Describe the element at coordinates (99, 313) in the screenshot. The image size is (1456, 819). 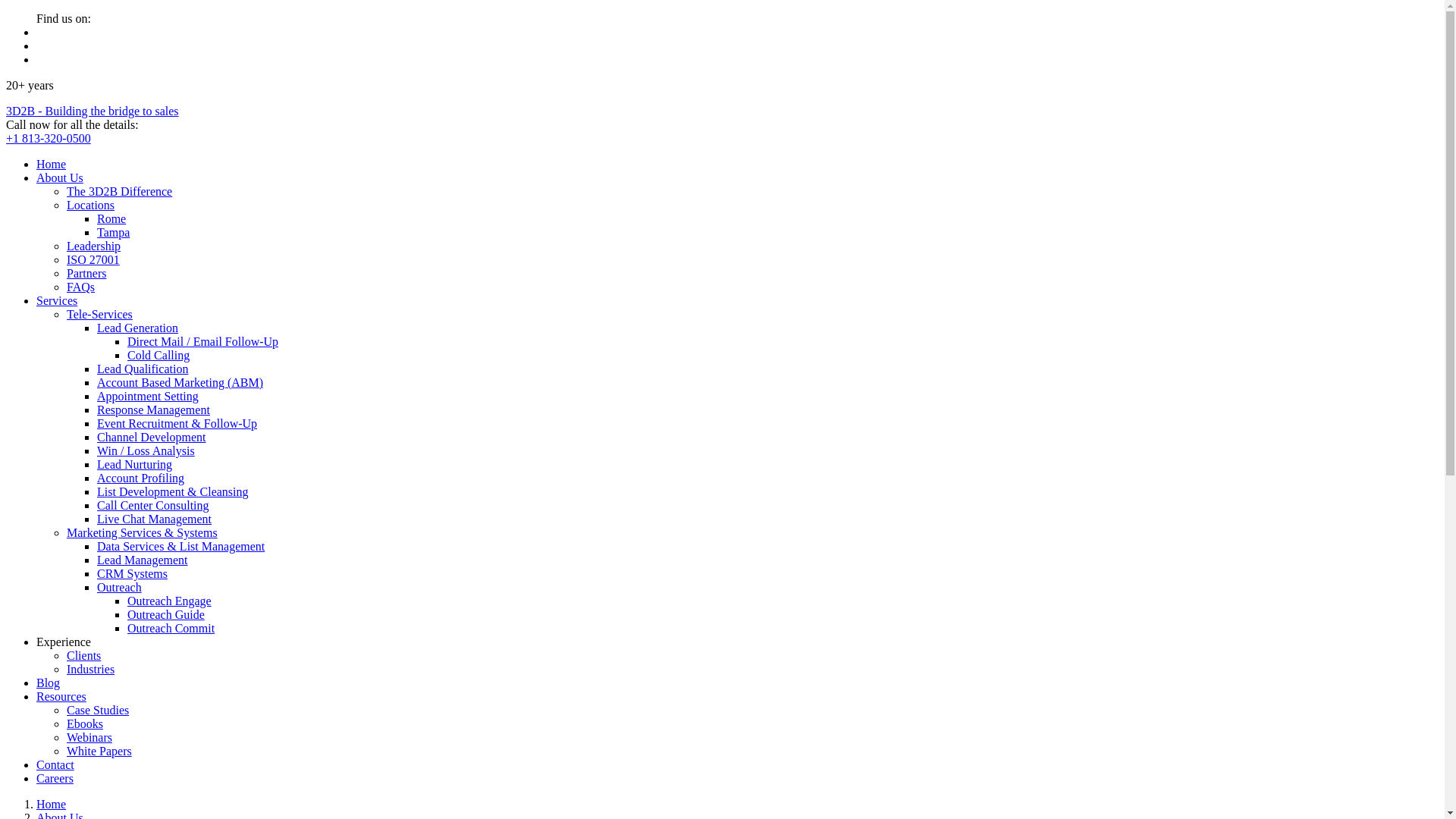
I see `'Tele-Services'` at that location.